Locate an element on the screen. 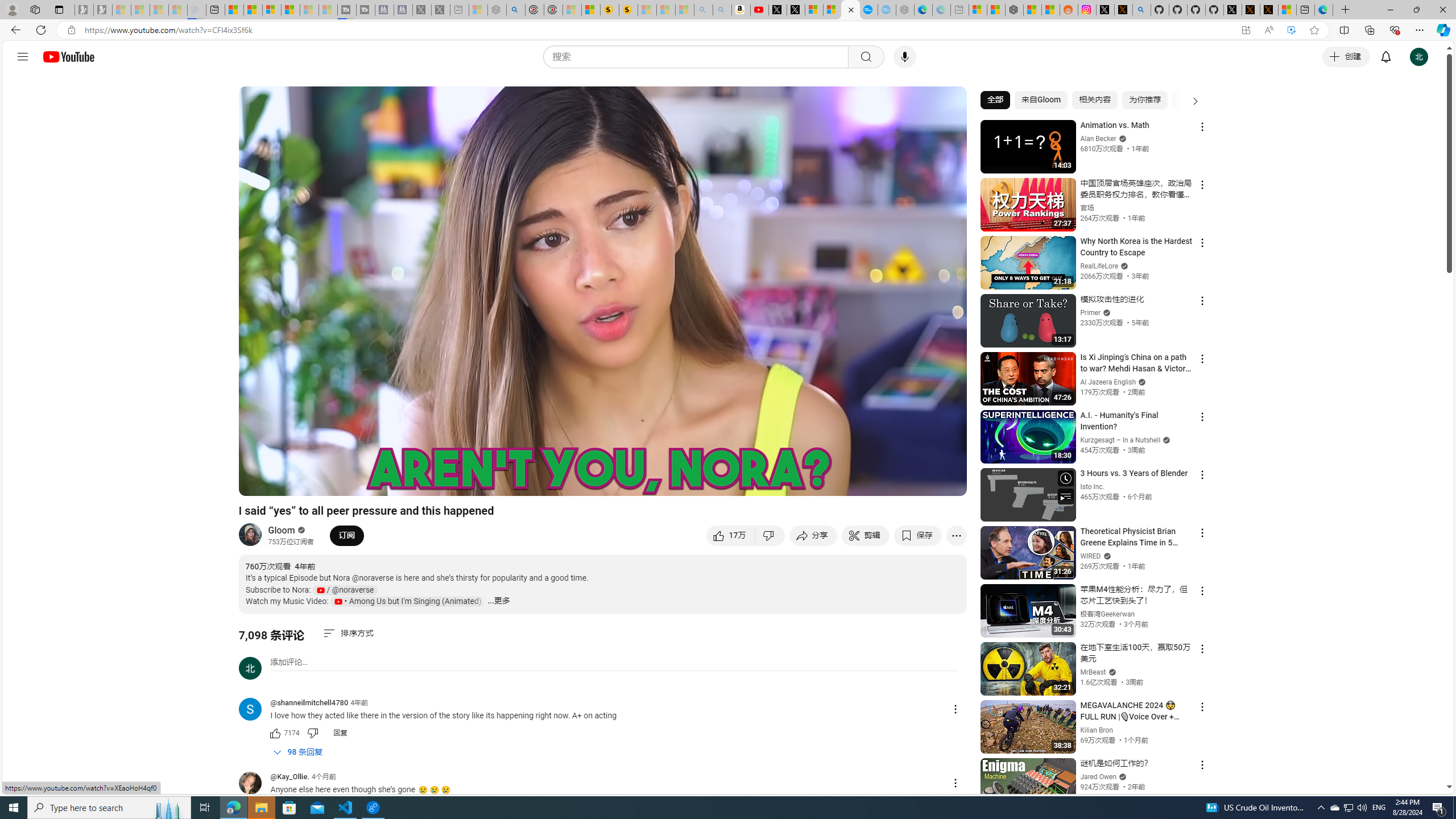 The image size is (1456, 819). 'Workspaces' is located at coordinates (35, 9).